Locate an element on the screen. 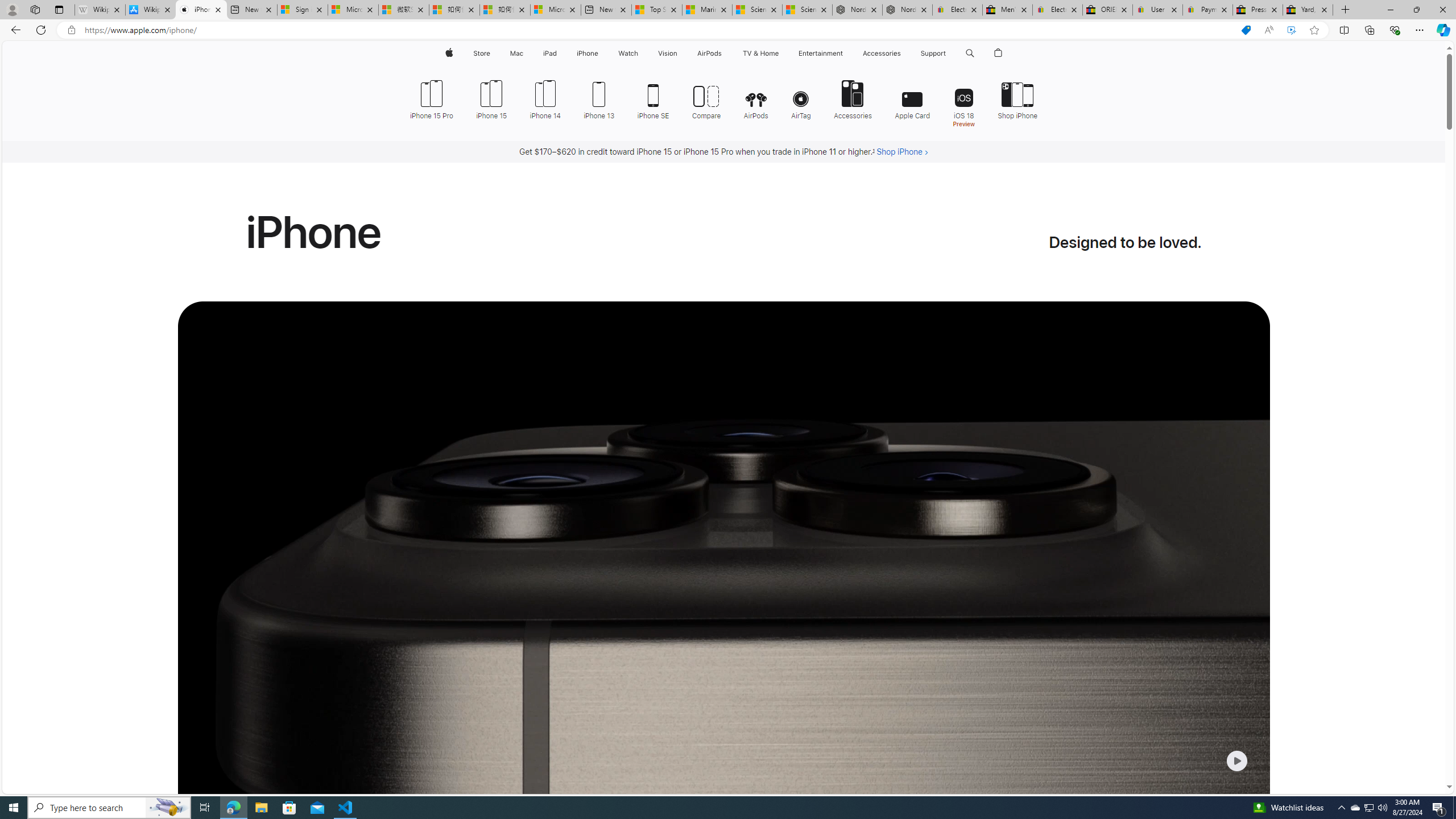  'Watch menu' is located at coordinates (640, 53).